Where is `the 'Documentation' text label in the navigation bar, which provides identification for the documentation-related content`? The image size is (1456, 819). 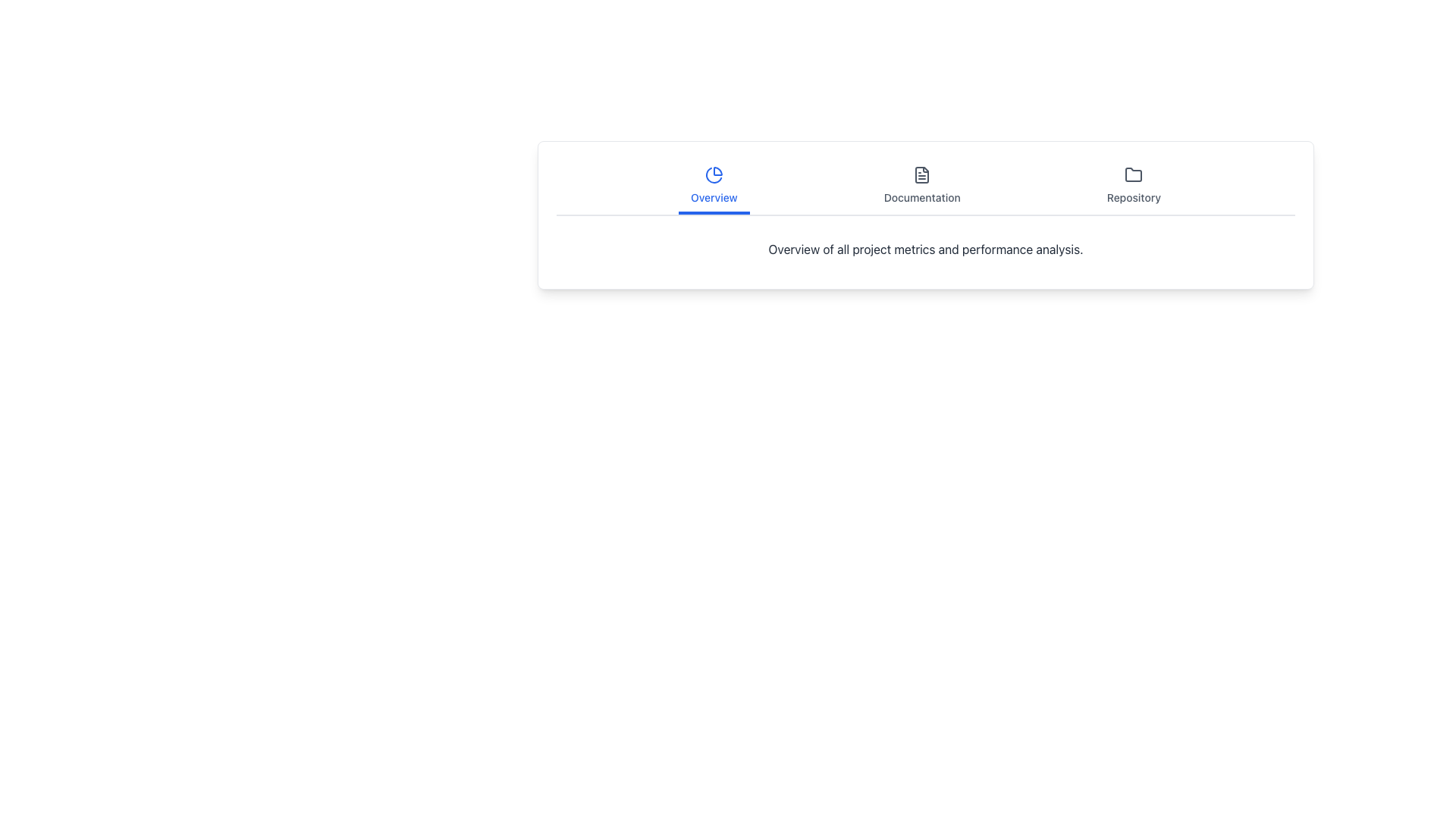 the 'Documentation' text label in the navigation bar, which provides identification for the documentation-related content is located at coordinates (921, 197).